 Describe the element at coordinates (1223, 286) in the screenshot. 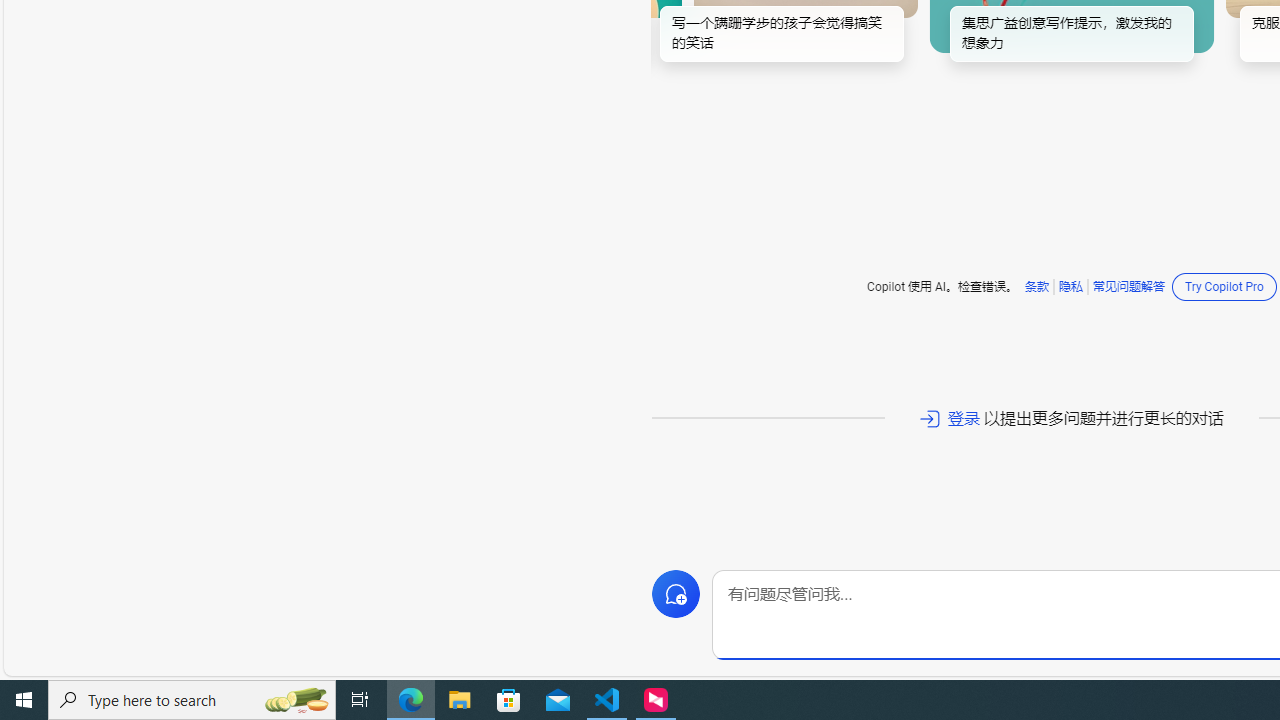

I see `'Try Copilot Pro'` at that location.